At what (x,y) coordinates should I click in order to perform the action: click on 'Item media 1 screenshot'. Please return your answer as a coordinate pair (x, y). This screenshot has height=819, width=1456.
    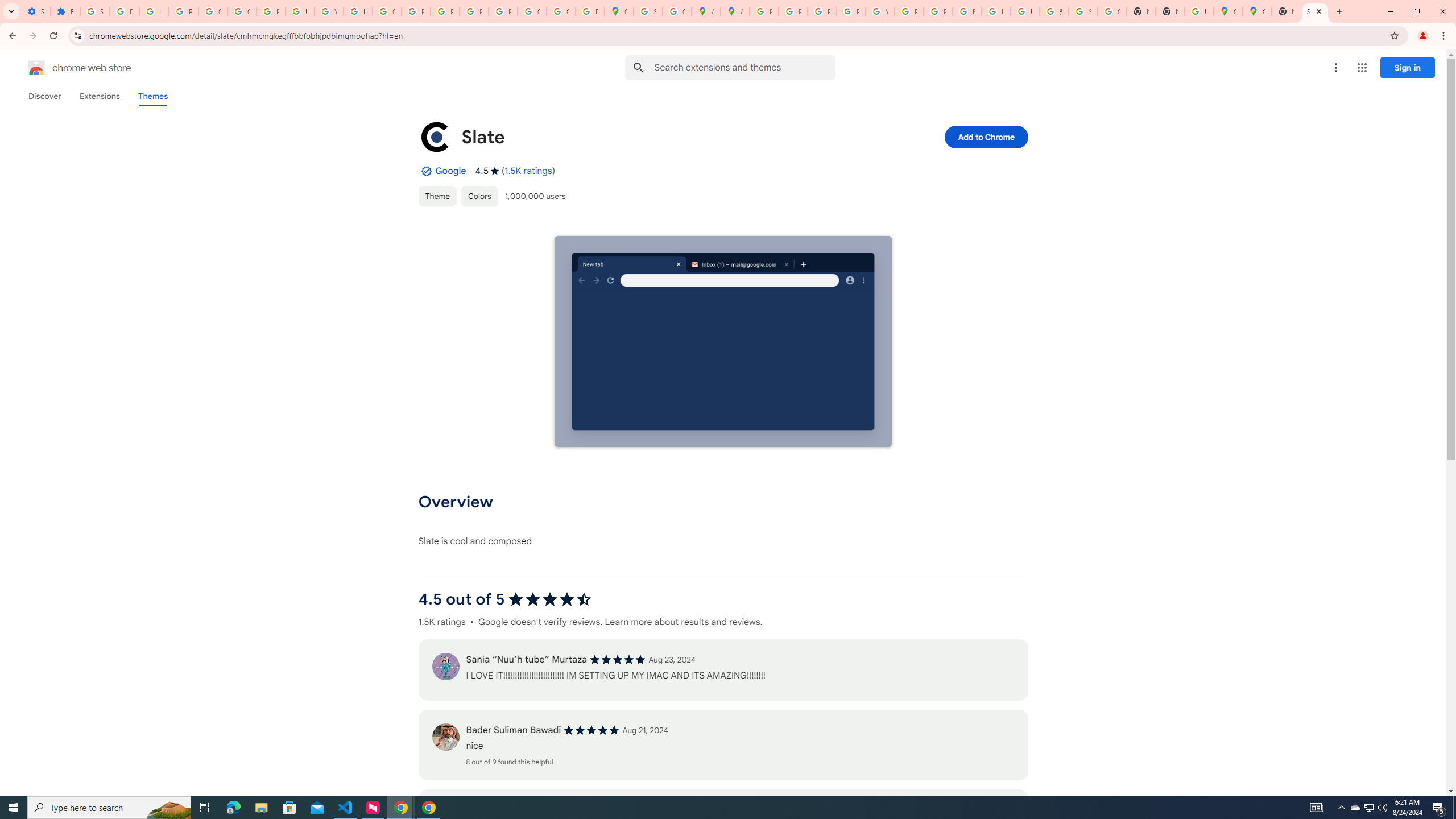
    Looking at the image, I should click on (723, 341).